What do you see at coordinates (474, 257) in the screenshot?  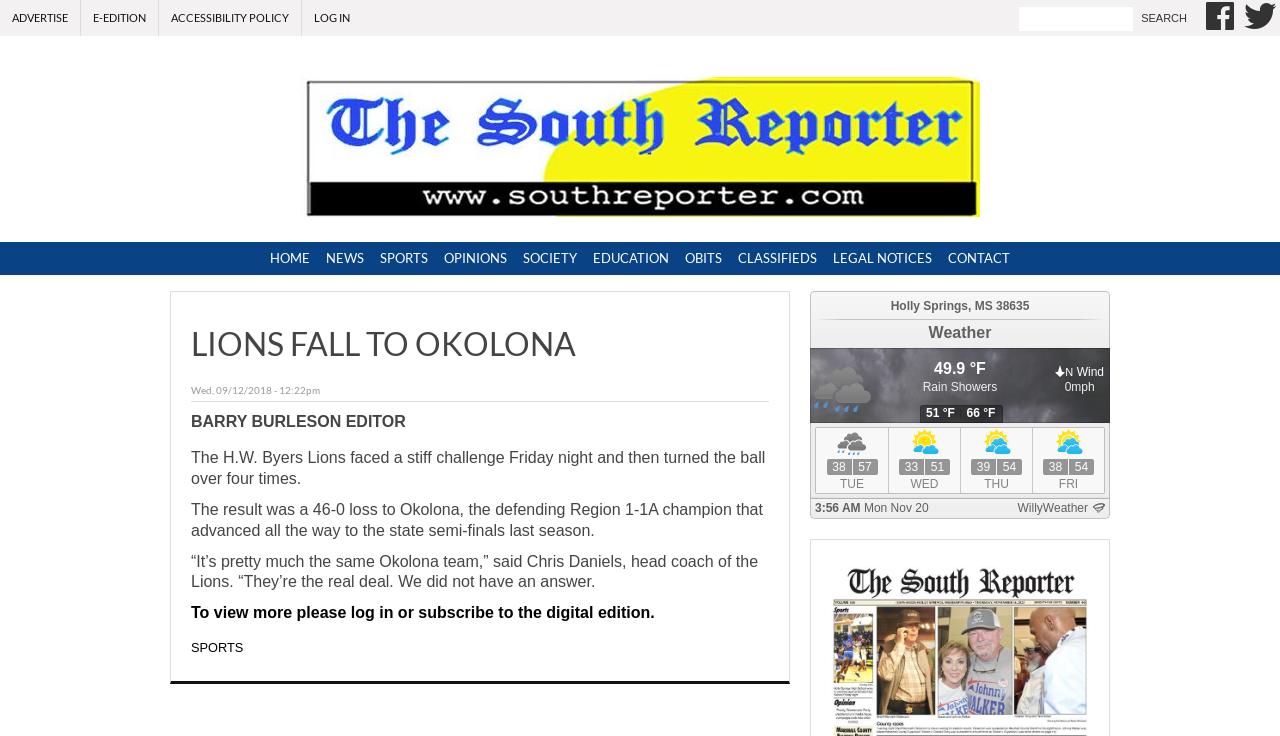 I see `'Opinions'` at bounding box center [474, 257].